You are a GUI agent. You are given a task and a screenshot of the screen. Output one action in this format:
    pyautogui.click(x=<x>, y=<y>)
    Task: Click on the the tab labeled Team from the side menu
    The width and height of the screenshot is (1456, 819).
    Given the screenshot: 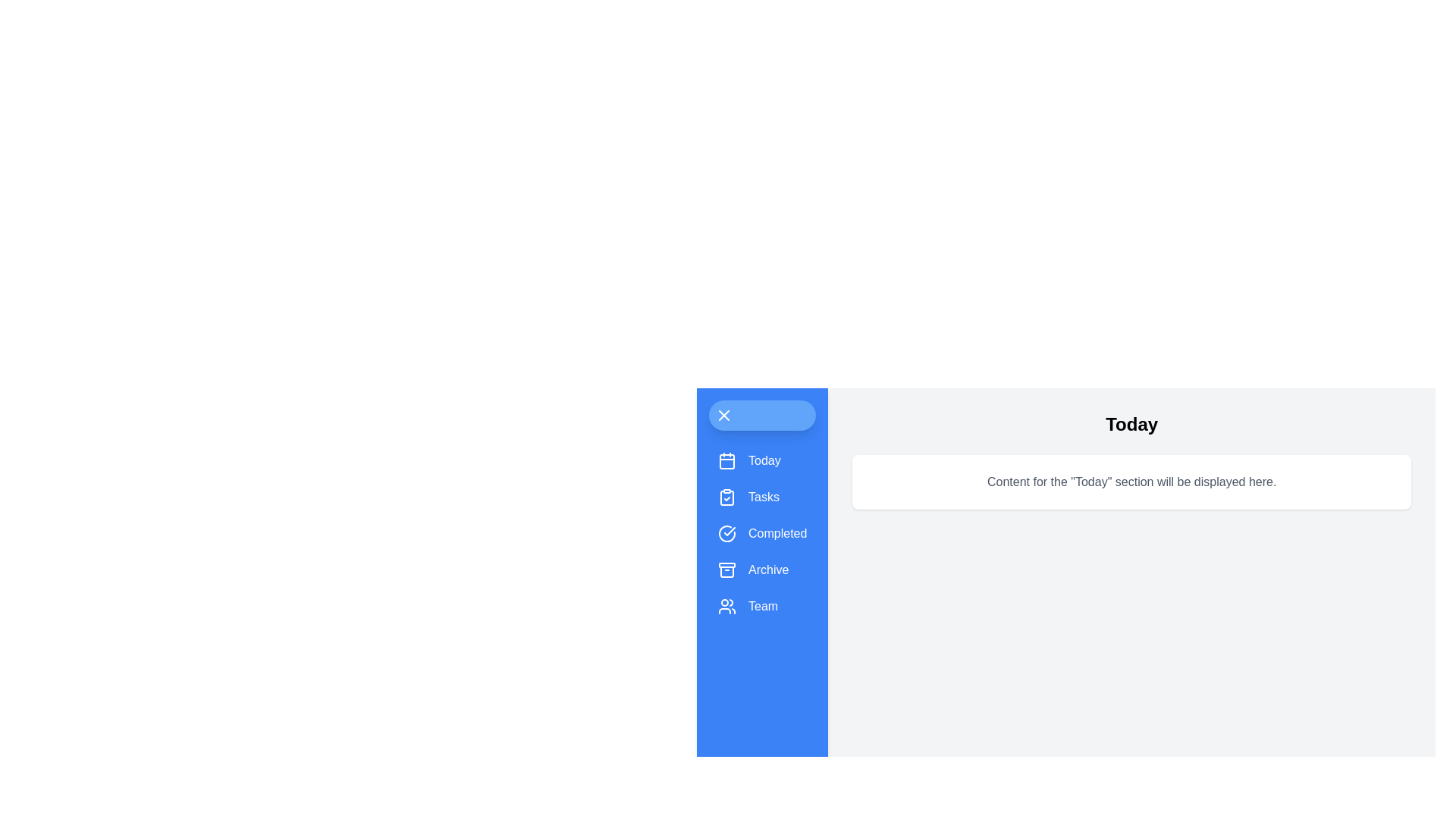 What is the action you would take?
    pyautogui.click(x=762, y=605)
    